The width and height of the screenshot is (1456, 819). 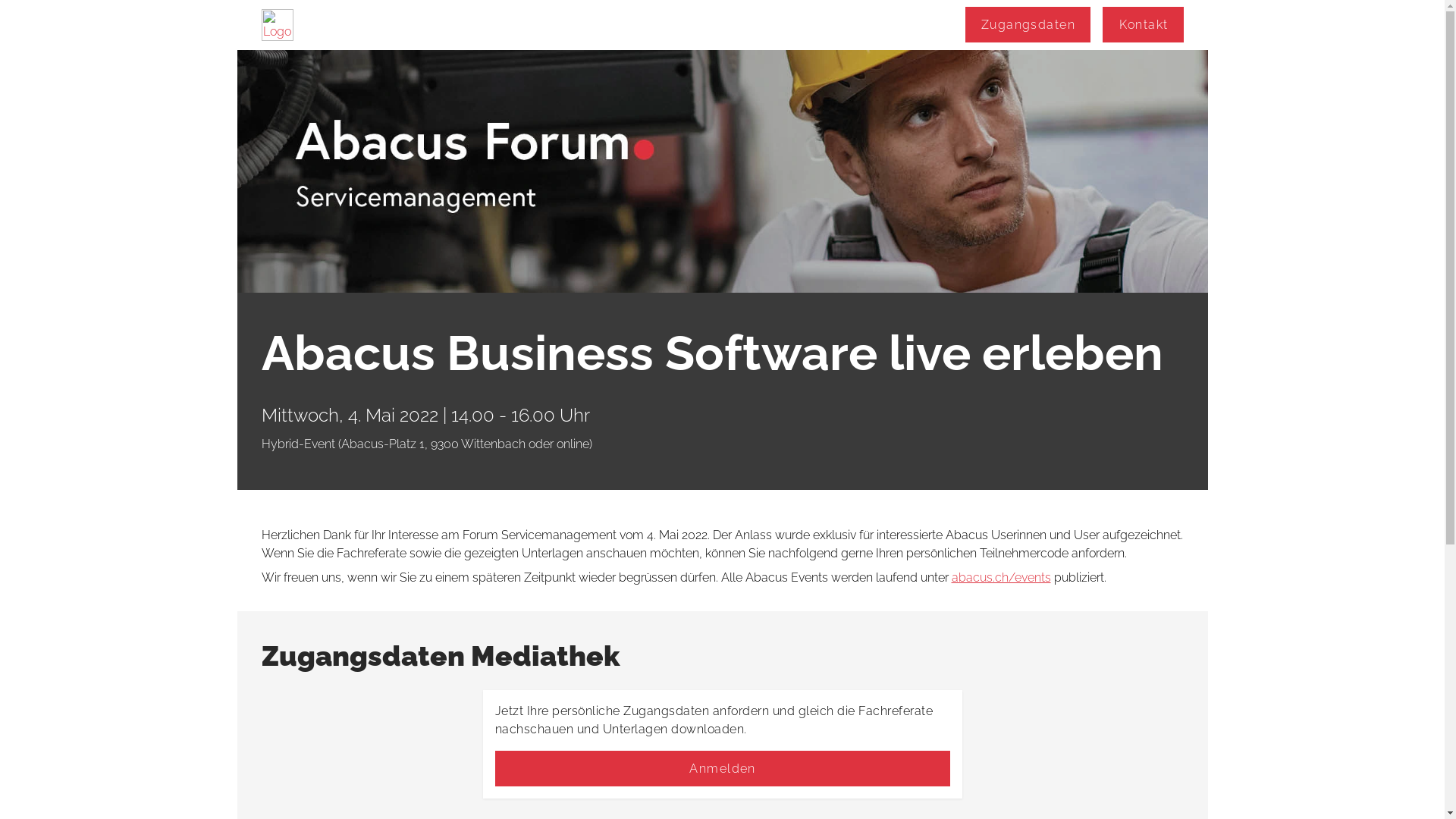 I want to click on 'Kontakt', so click(x=1143, y=24).